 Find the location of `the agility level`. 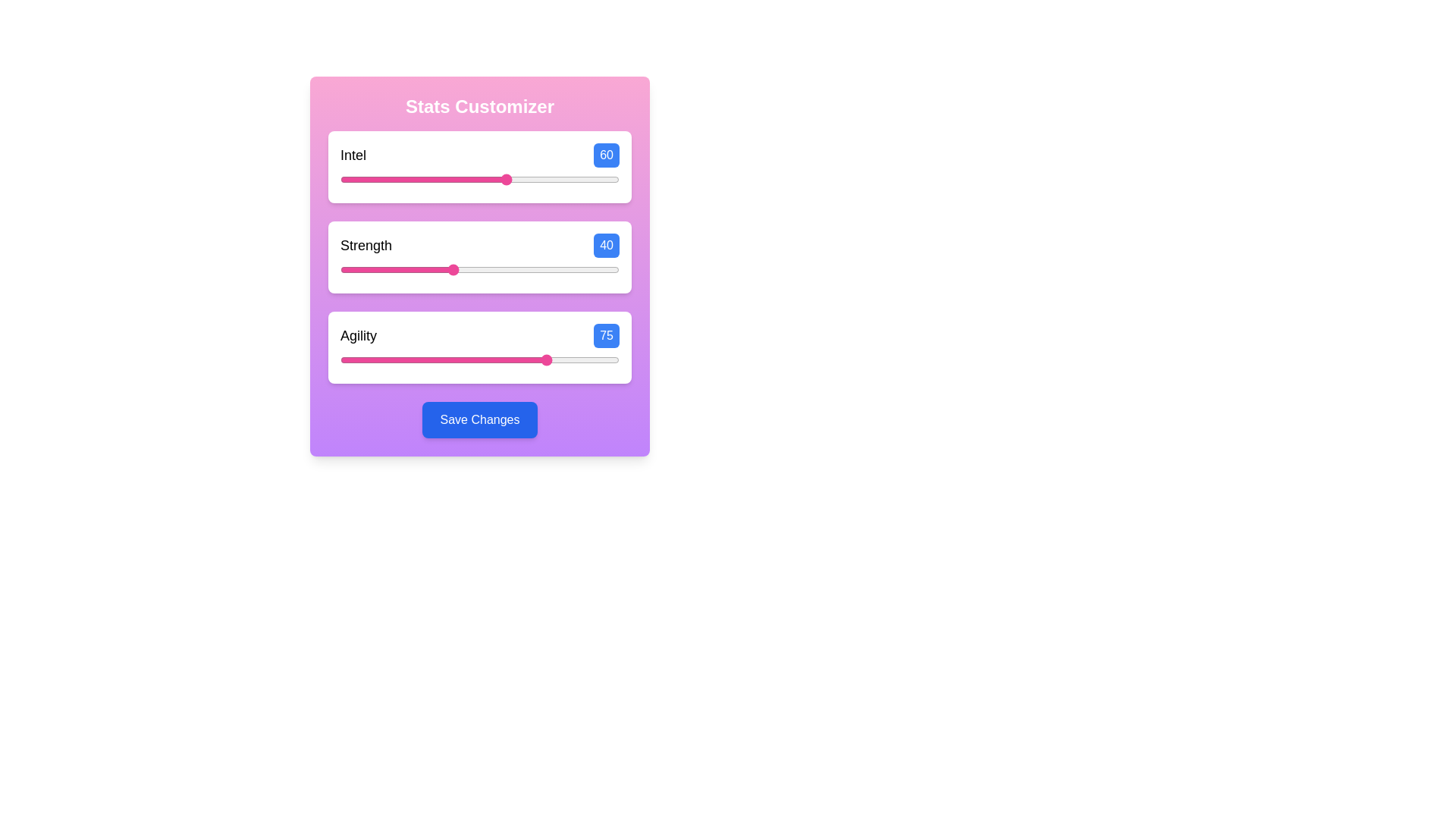

the agility level is located at coordinates (437, 359).